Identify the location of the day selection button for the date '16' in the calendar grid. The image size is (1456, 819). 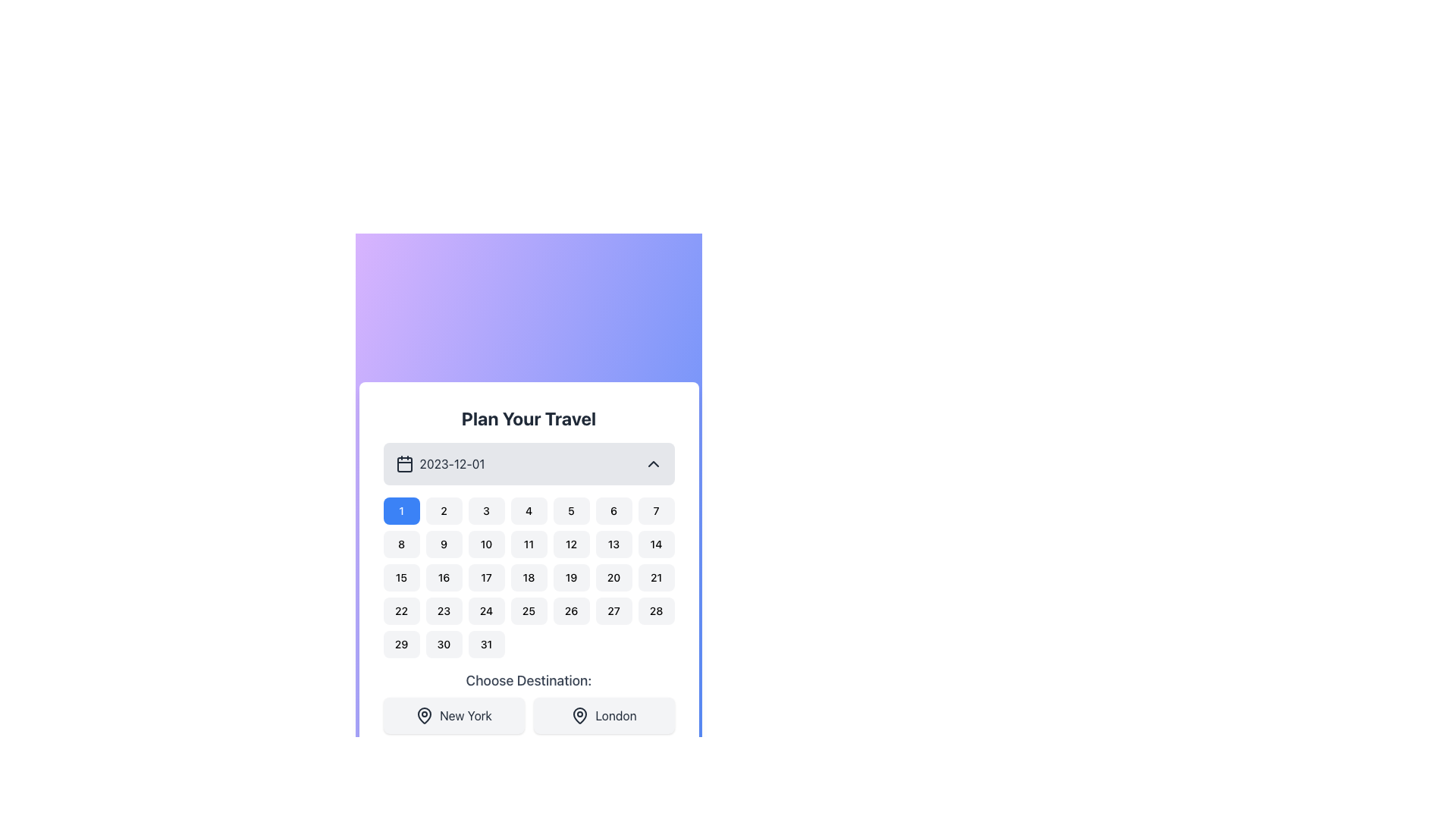
(443, 578).